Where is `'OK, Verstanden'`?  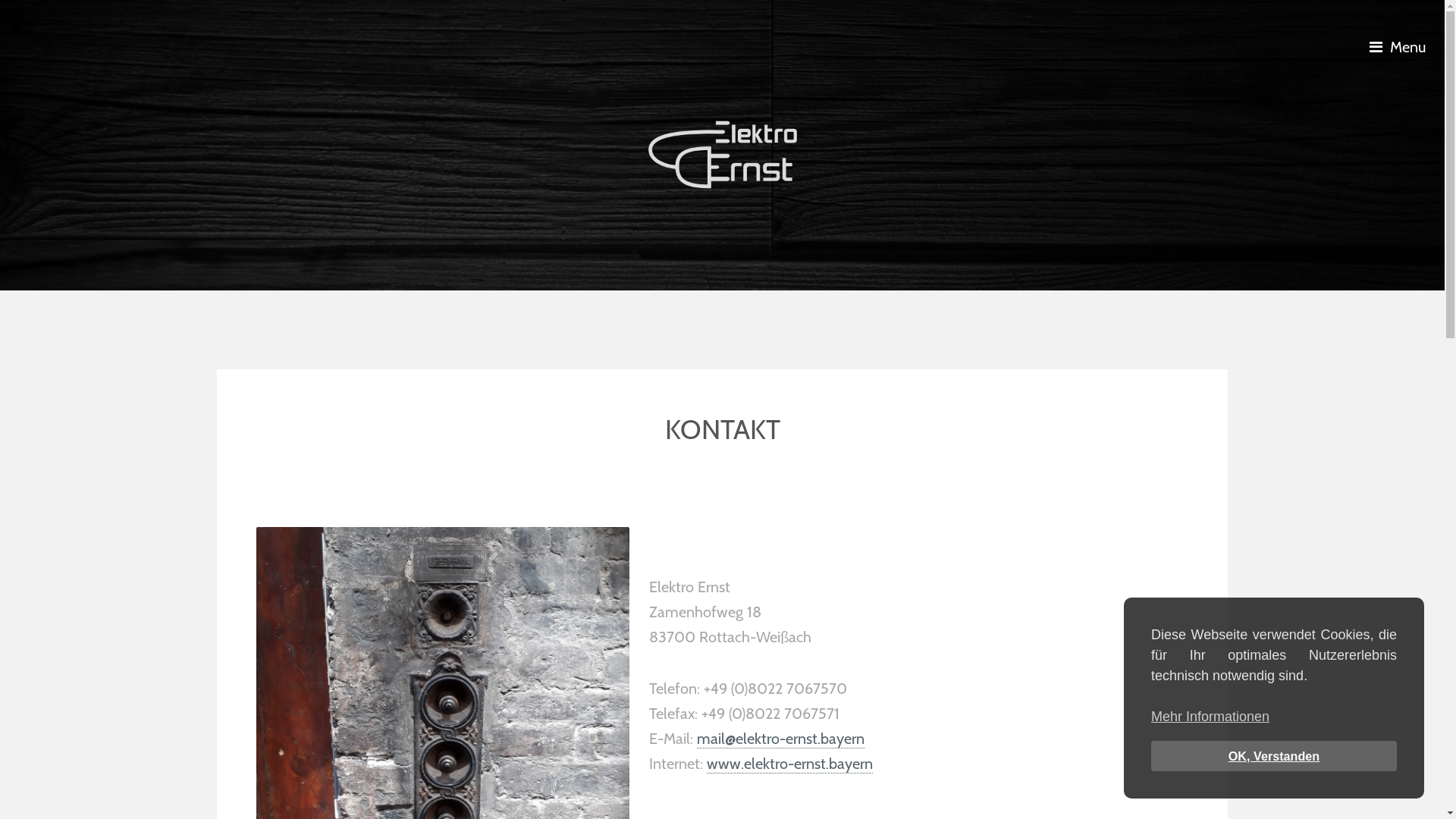 'OK, Verstanden' is located at coordinates (1274, 755).